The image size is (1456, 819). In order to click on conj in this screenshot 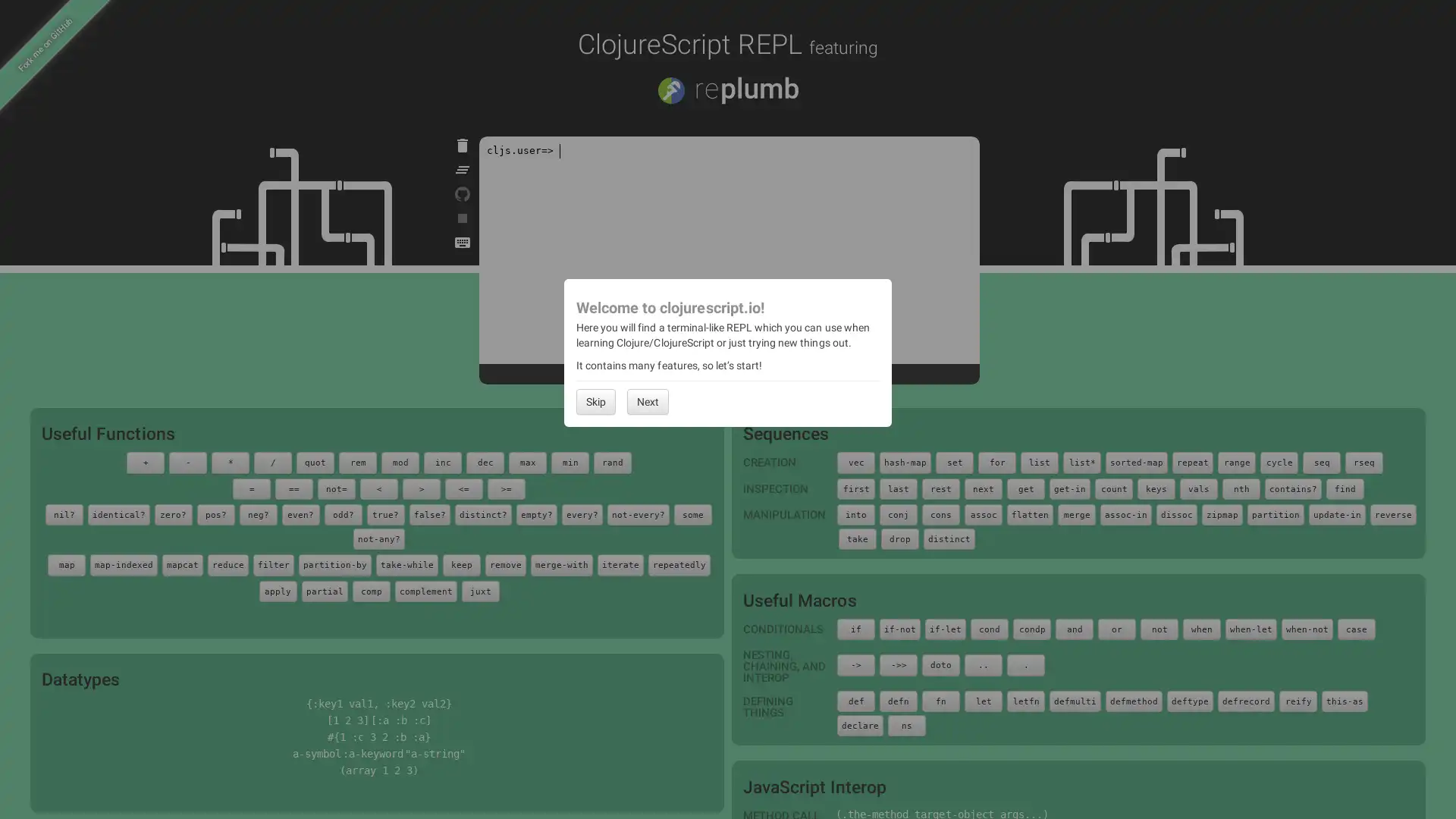, I will do `click(899, 513)`.